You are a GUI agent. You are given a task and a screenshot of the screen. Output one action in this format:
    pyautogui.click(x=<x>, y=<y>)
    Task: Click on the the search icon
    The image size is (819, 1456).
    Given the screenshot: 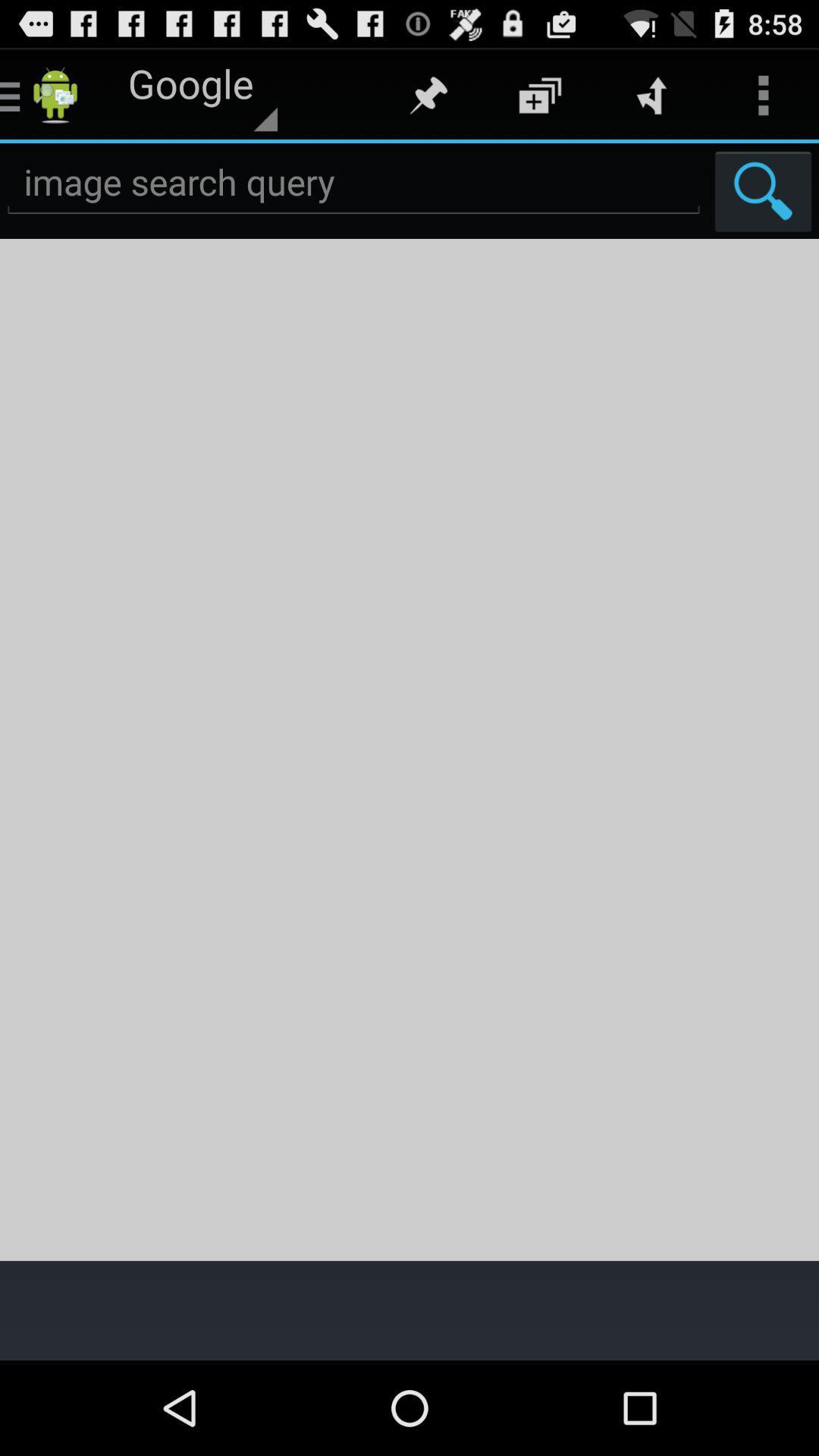 What is the action you would take?
    pyautogui.click(x=763, y=203)
    